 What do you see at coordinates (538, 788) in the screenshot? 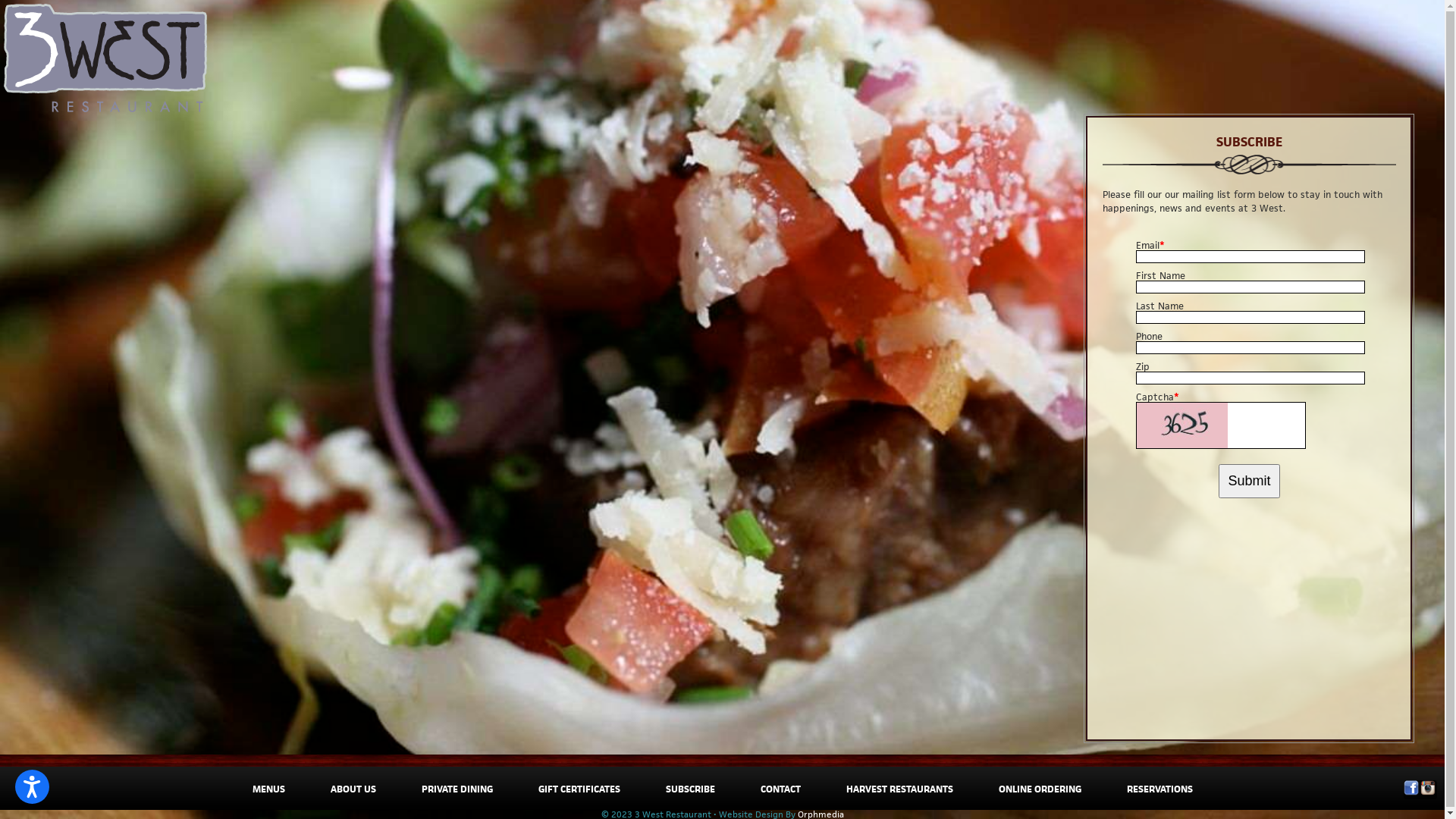
I see `'GIFT CERTIFICATES'` at bounding box center [538, 788].